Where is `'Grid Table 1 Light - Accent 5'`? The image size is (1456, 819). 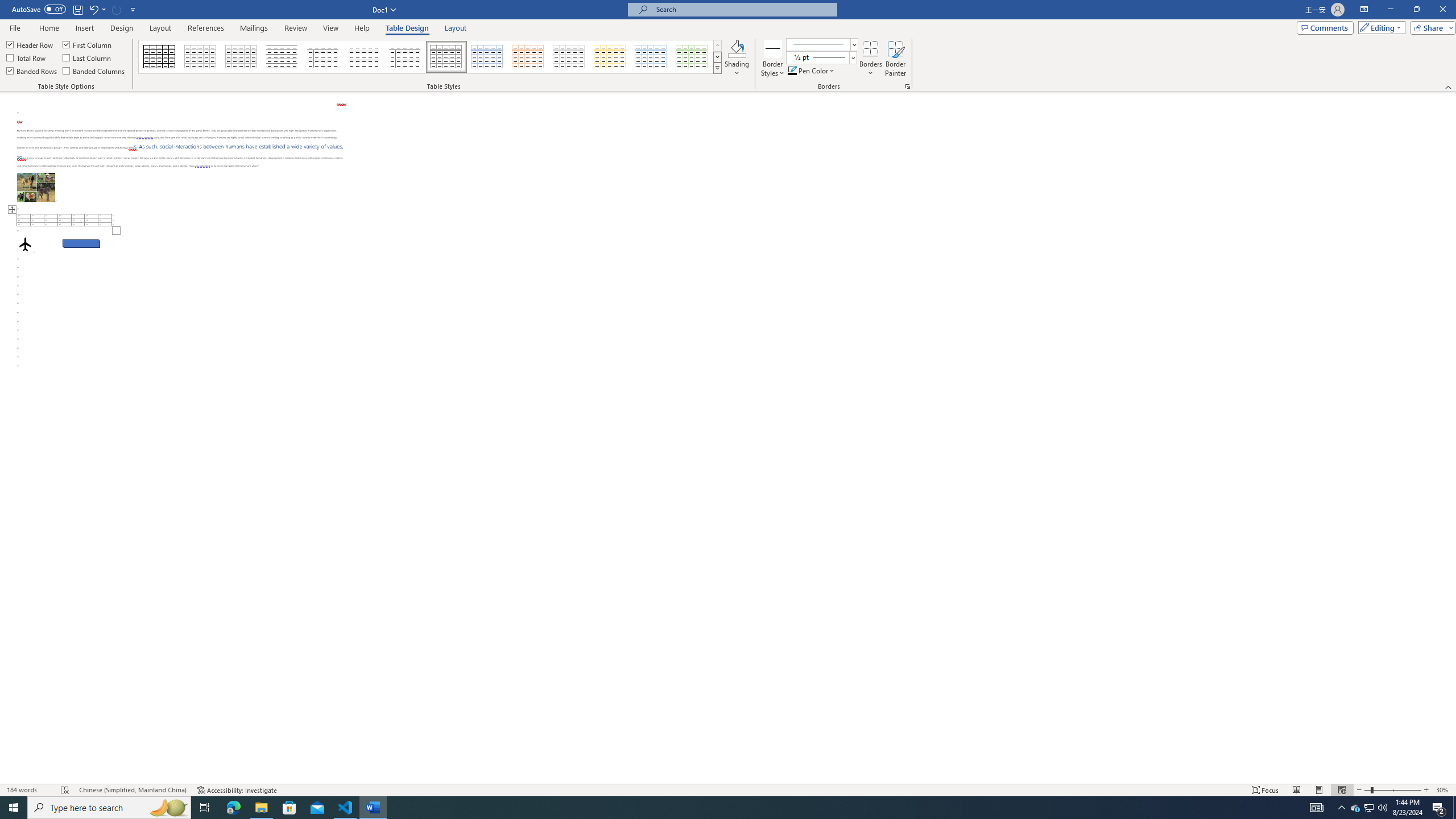
'Grid Table 1 Light - Accent 5' is located at coordinates (651, 56).